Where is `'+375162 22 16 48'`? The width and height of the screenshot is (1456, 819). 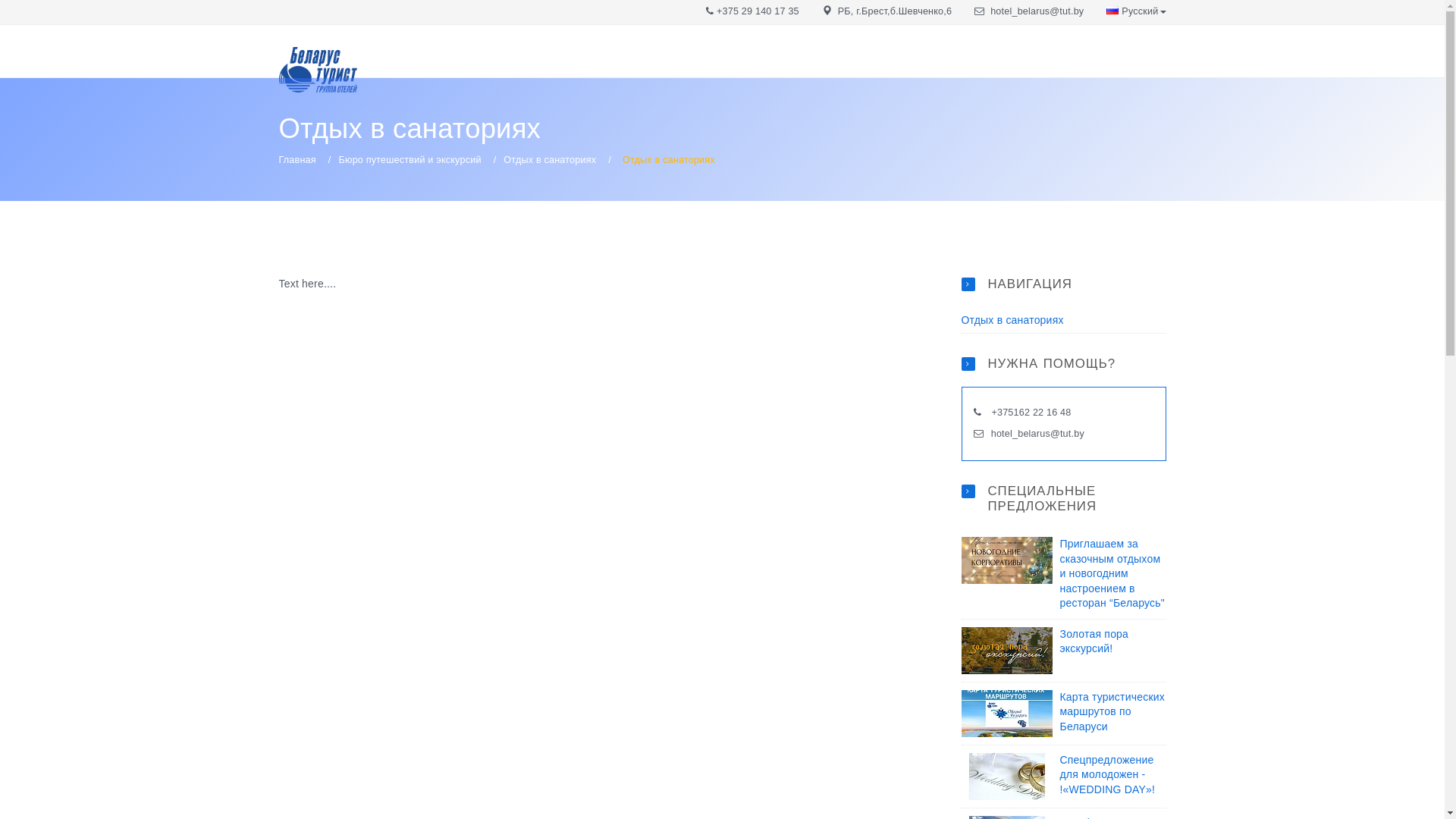
'+375162 22 16 48' is located at coordinates (1030, 412).